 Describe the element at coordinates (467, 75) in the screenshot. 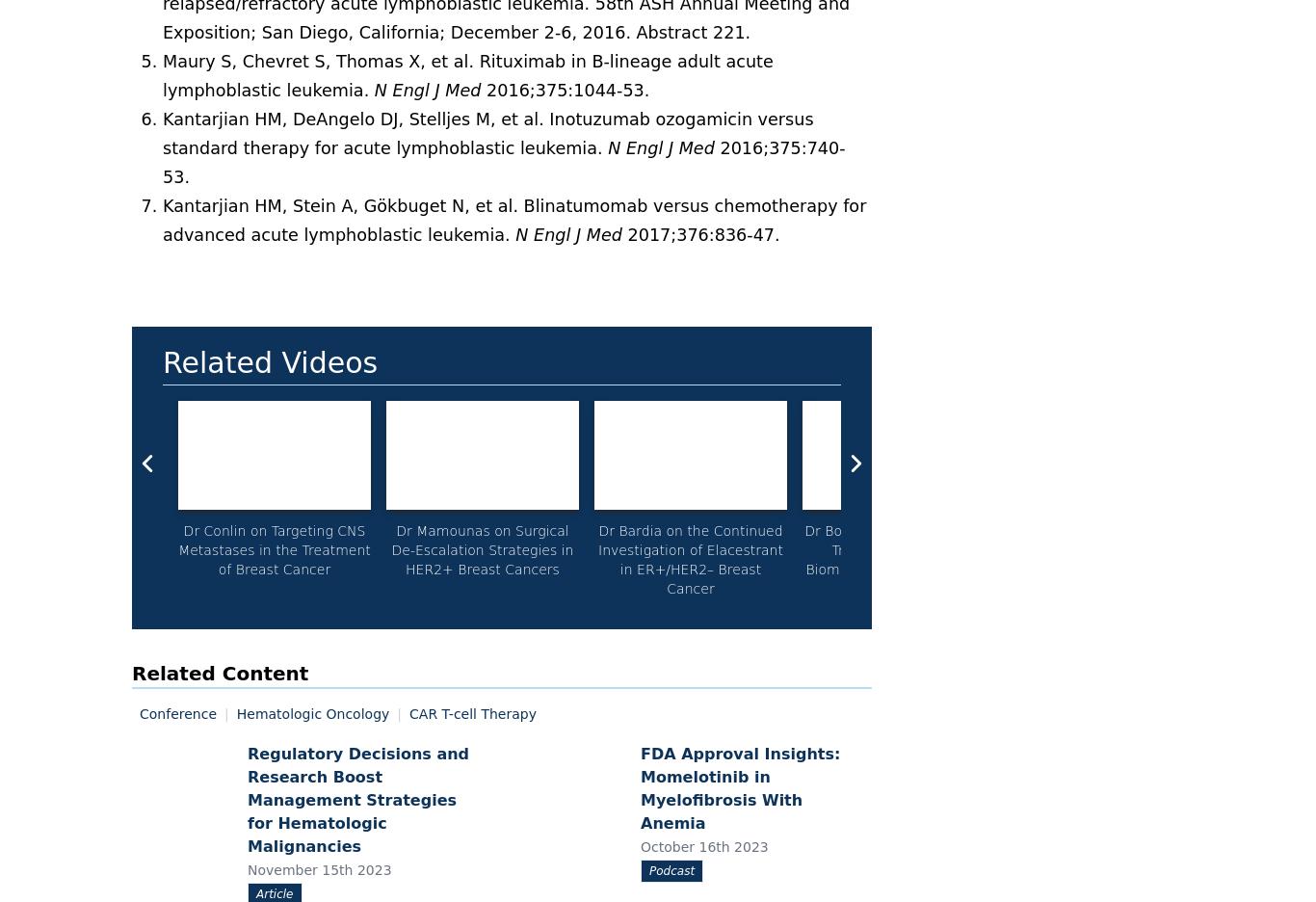

I see `'Maury S, Chevret S, Thomas X, et al. Rituximab in B-lineage adult acute lymphoblastic leukemia.'` at that location.